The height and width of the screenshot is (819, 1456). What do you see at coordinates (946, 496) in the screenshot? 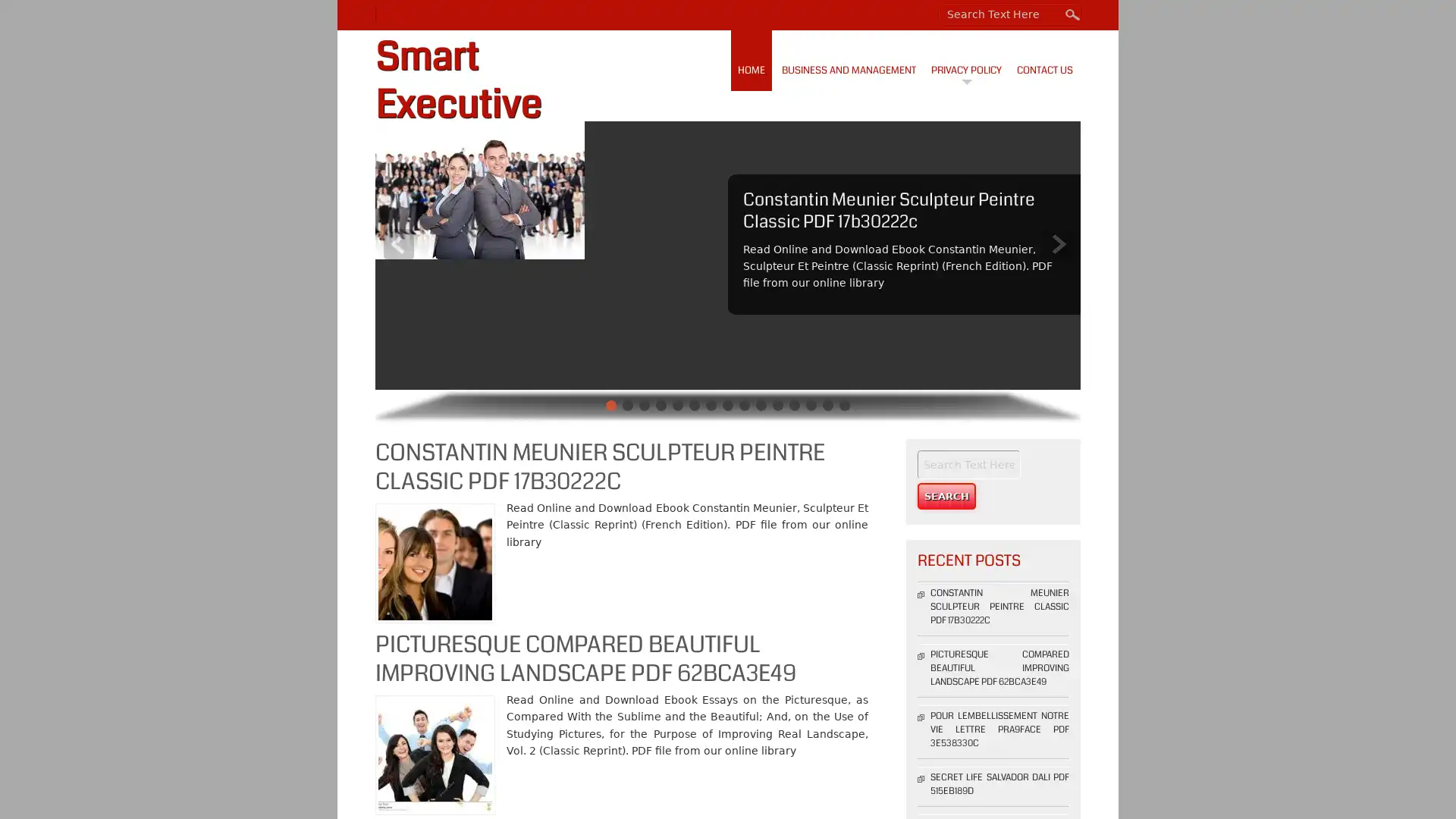
I see `Search` at bounding box center [946, 496].